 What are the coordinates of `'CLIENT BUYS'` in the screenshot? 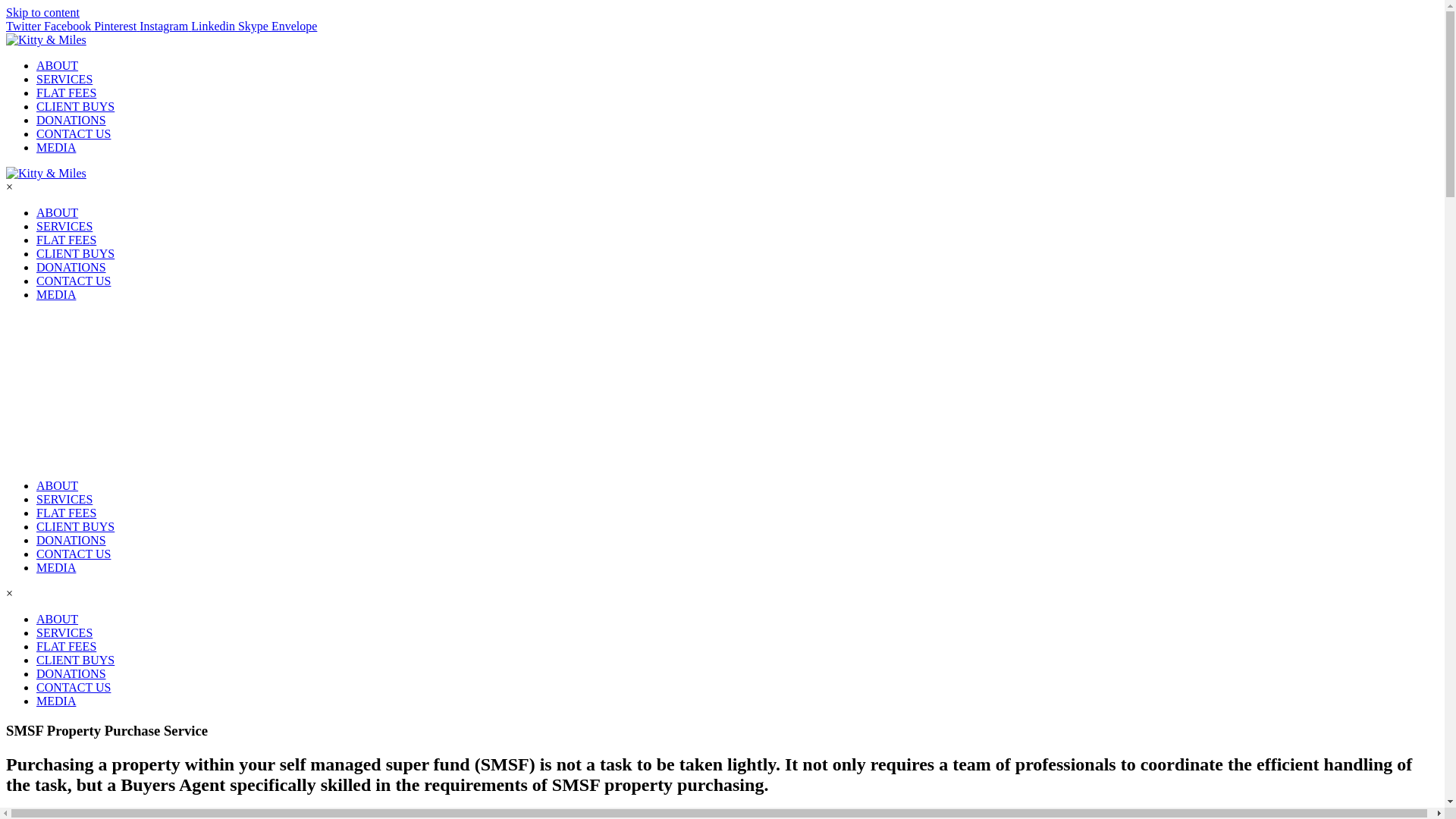 It's located at (74, 526).